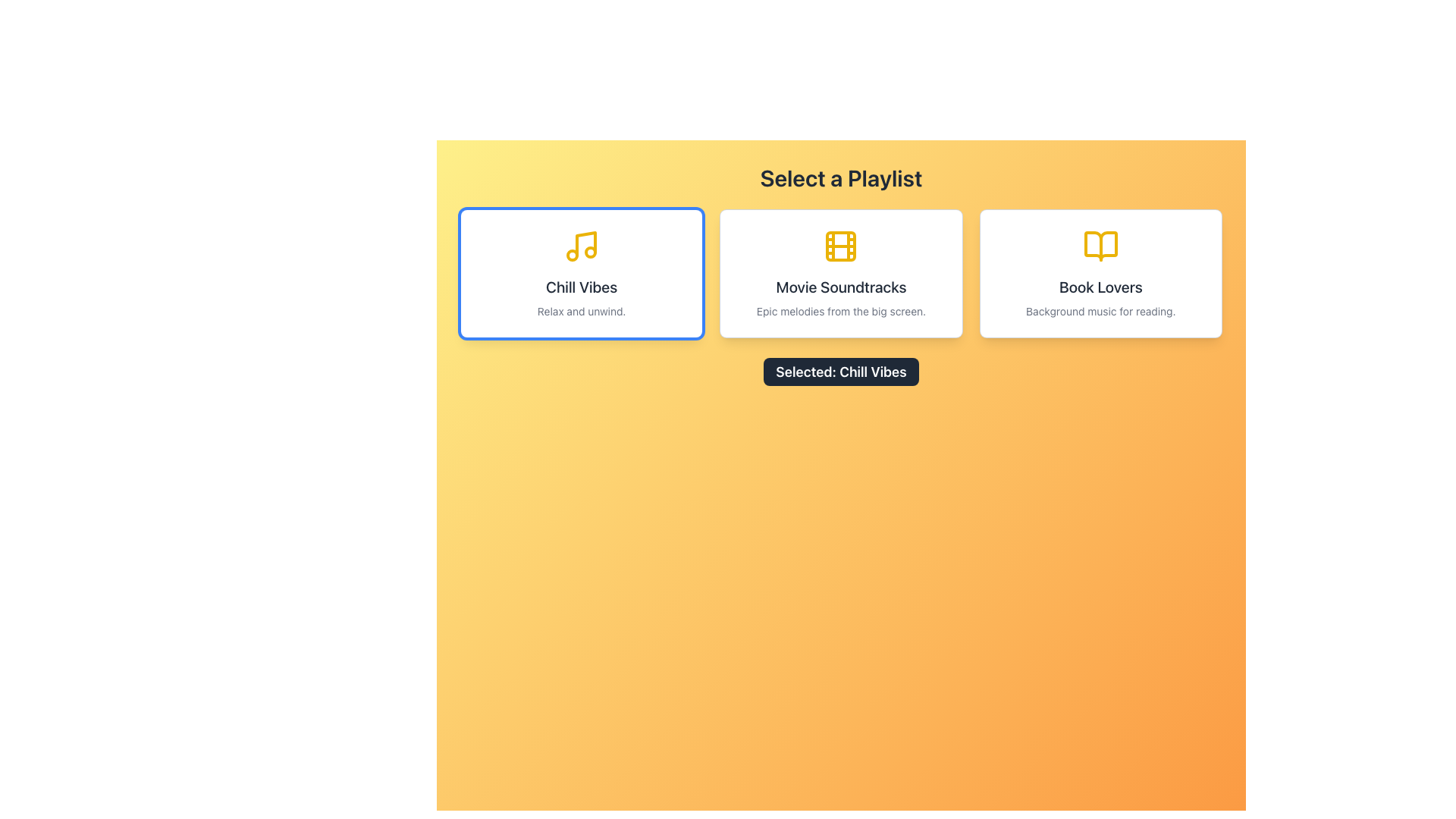 This screenshot has height=819, width=1456. I want to click on the 'Chill Vibes' playlist icon, which is located at the top-center of the playlist card, above the text labels, so click(581, 245).